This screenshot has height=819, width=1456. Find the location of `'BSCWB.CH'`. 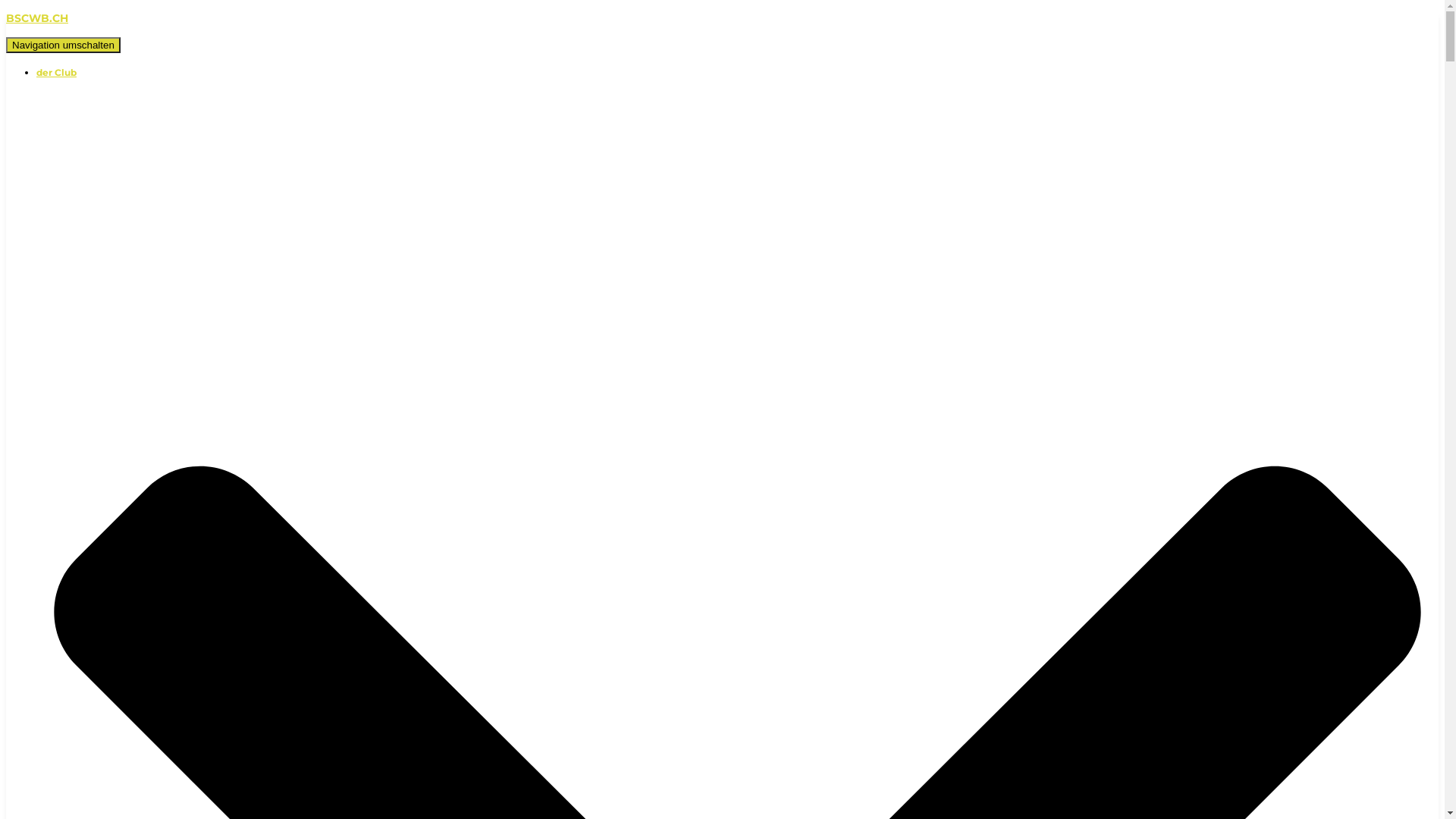

'BSCWB.CH' is located at coordinates (721, 18).